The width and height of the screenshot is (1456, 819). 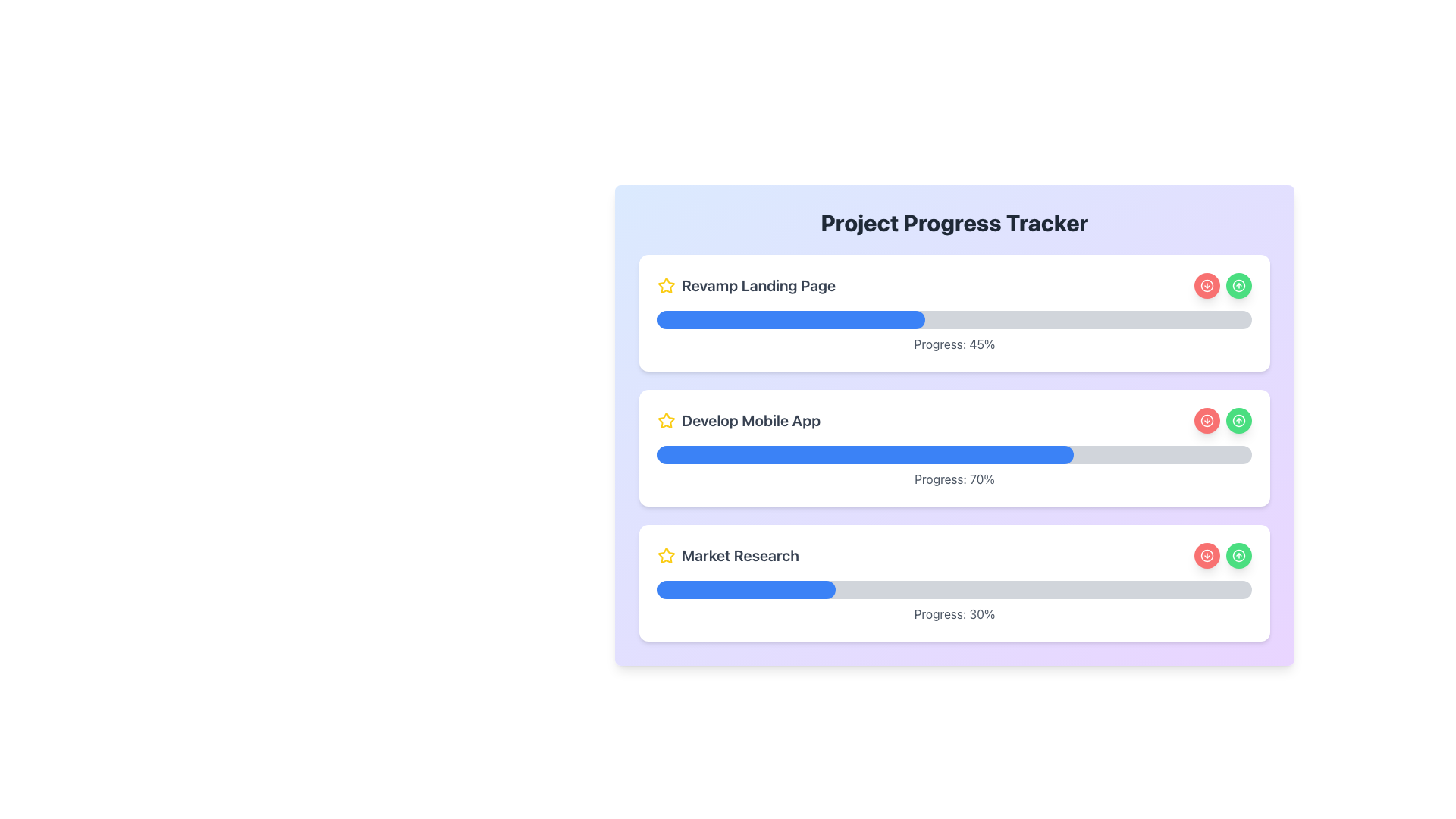 What do you see at coordinates (1207, 286) in the screenshot?
I see `the first interactive button in the uppermost progress tracker row on the right side to mark an item as completed, rejected, or to initiate a related action` at bounding box center [1207, 286].